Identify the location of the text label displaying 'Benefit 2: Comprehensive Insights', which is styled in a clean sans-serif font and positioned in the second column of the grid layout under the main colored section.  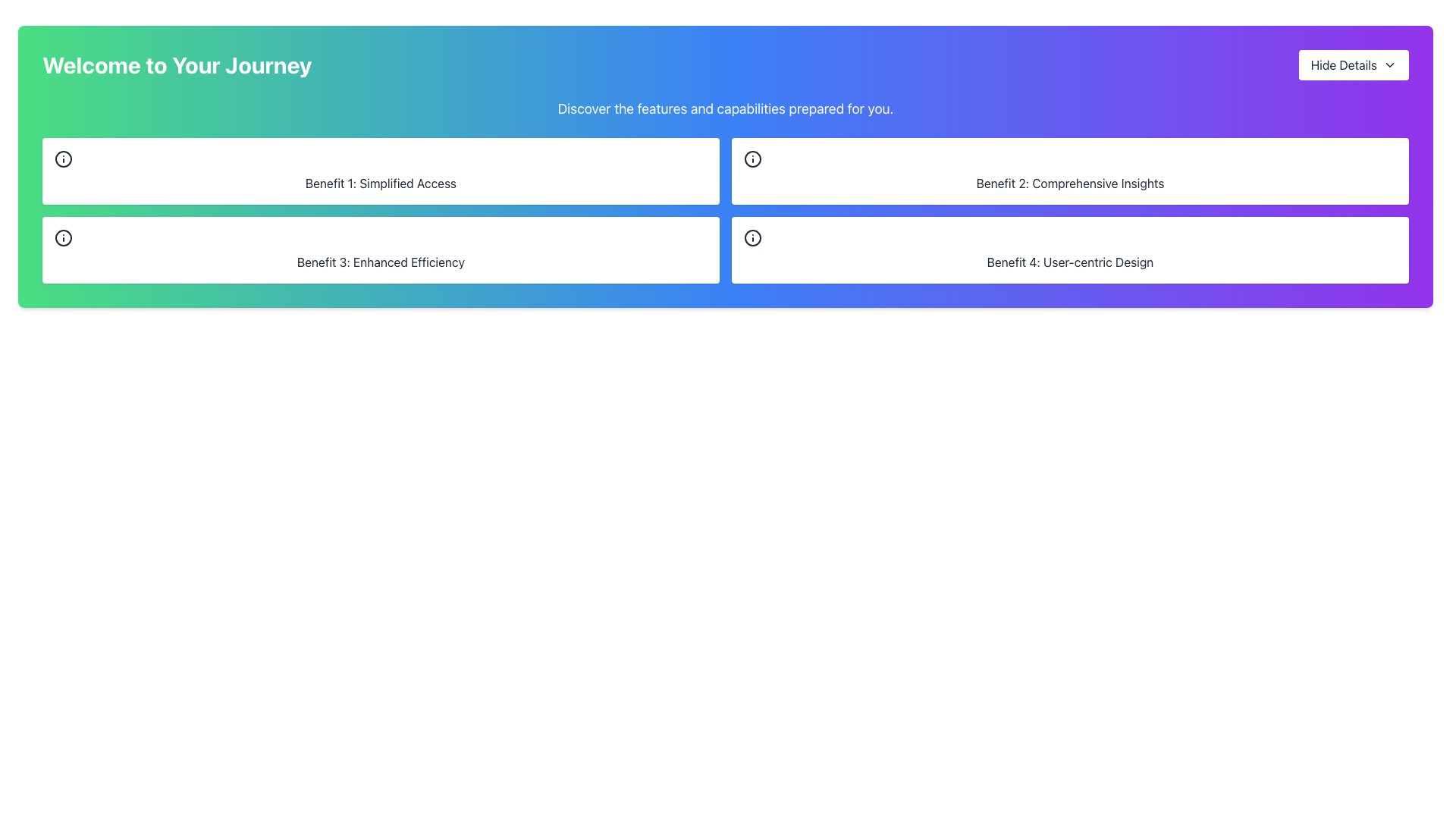
(1069, 183).